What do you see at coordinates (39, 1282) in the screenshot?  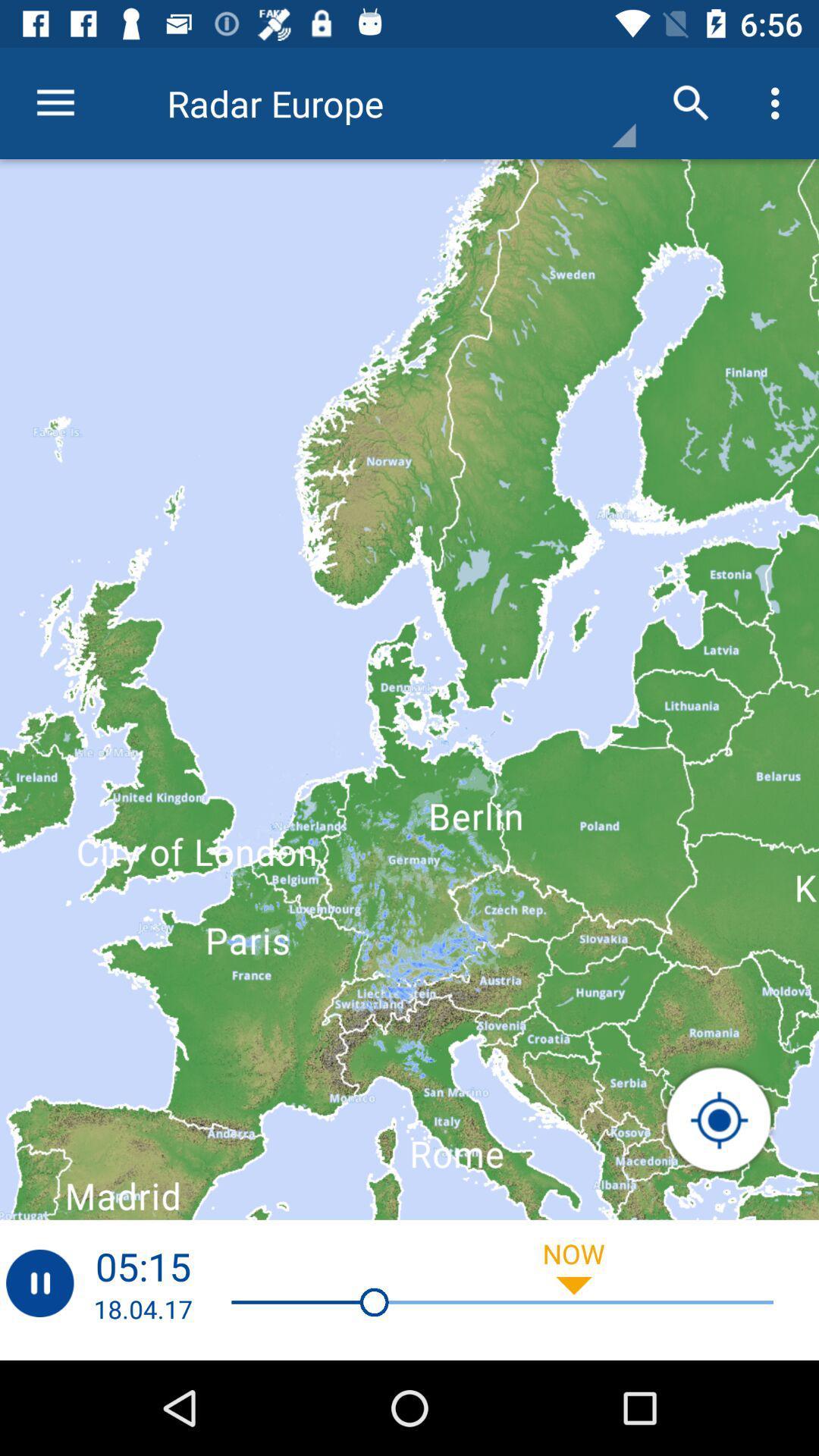 I see `pass botten` at bounding box center [39, 1282].